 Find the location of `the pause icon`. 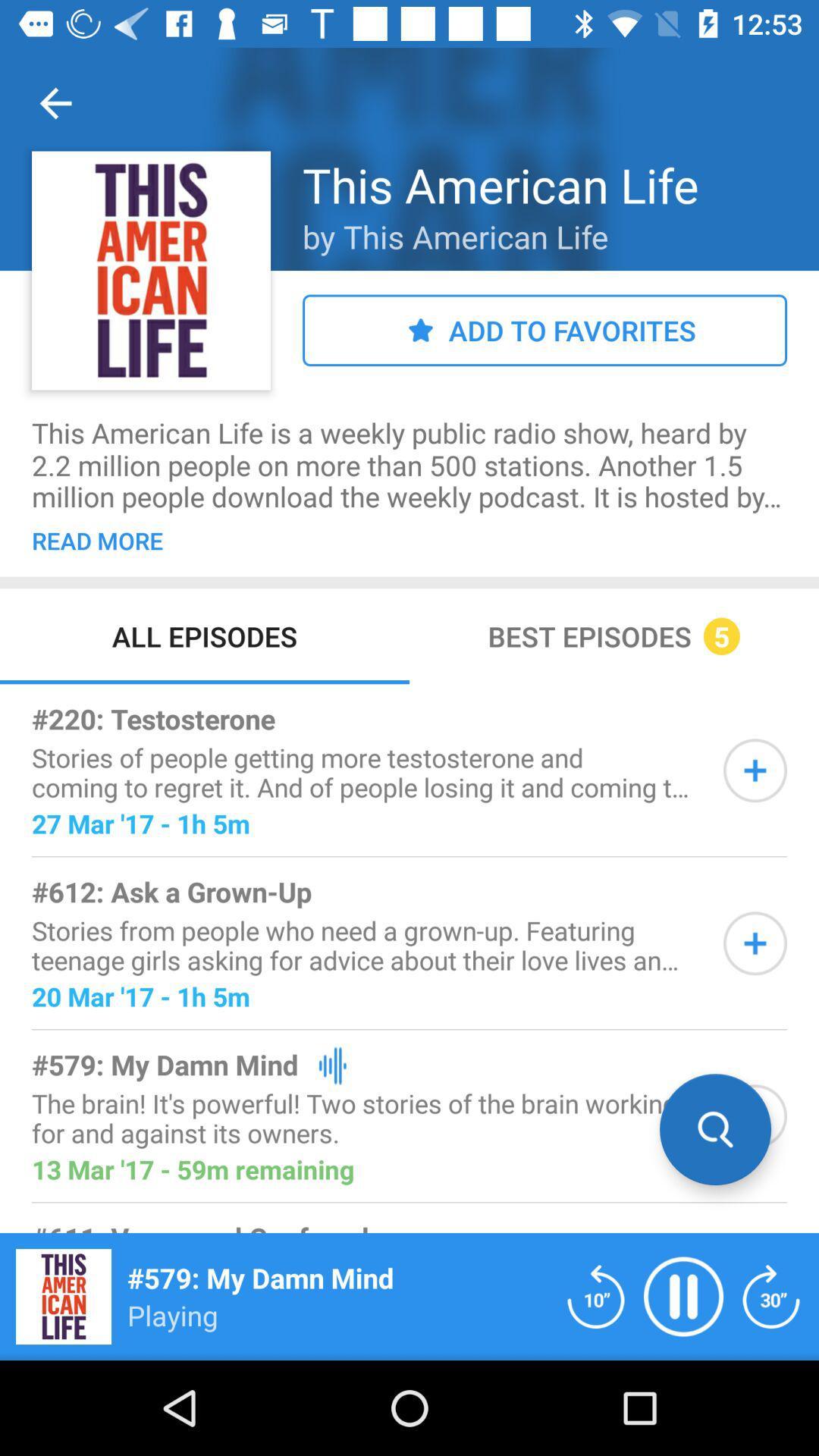

the pause icon is located at coordinates (683, 1295).